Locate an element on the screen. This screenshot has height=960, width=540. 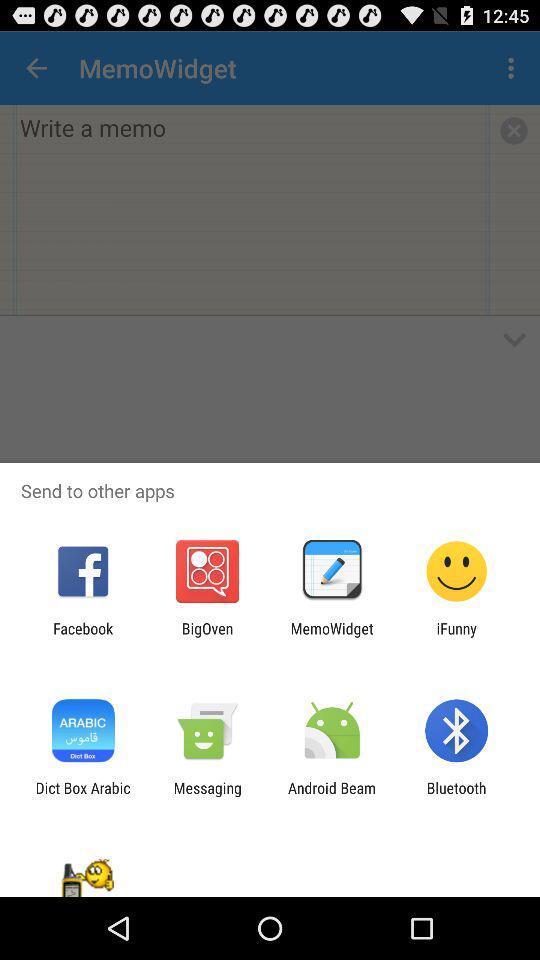
app to the right of messaging is located at coordinates (332, 796).